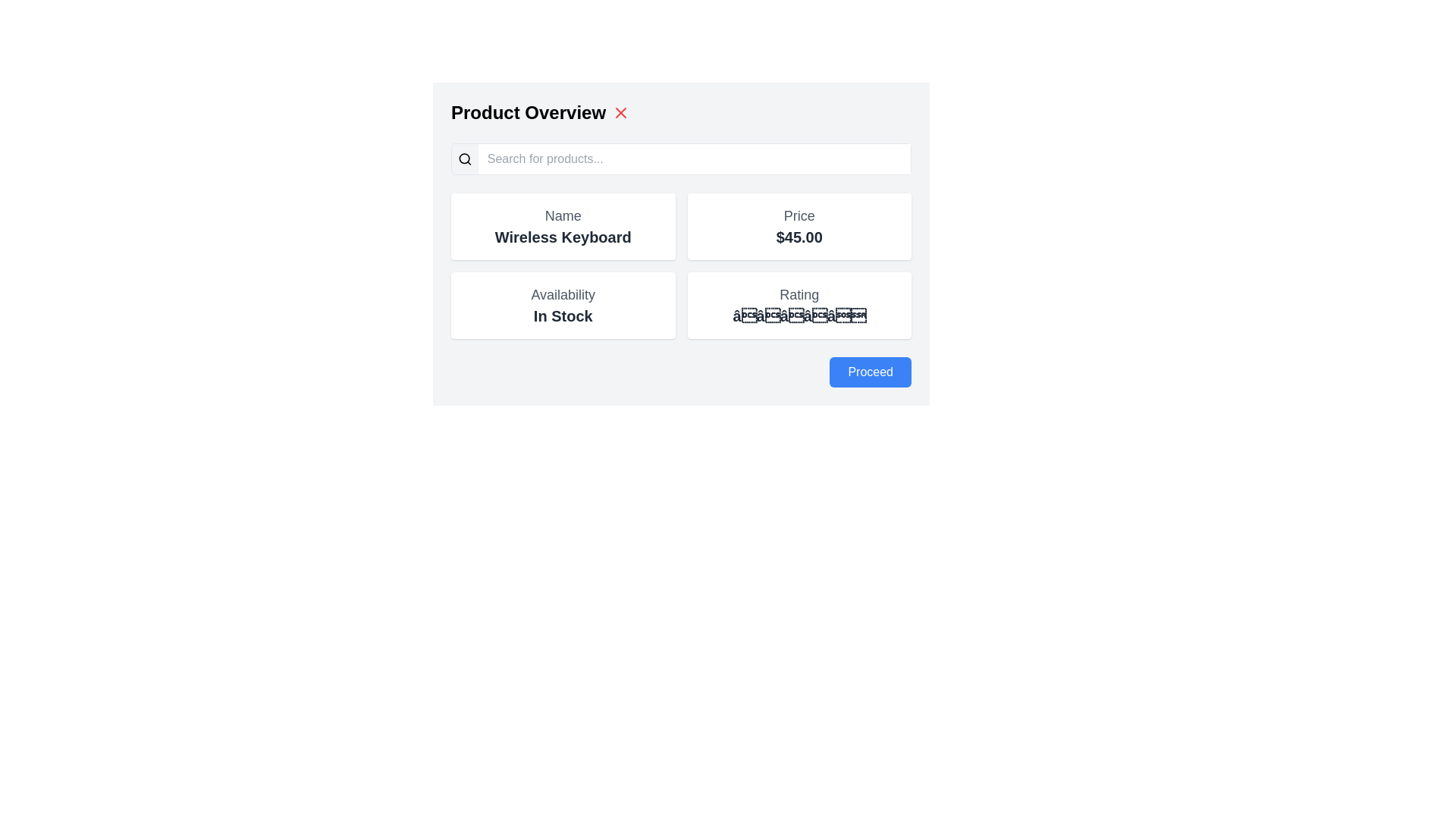 The image size is (1456, 819). Describe the element at coordinates (463, 158) in the screenshot. I see `the circular lens section of the search icon located within the search bar component at the top-left side of the interface` at that location.